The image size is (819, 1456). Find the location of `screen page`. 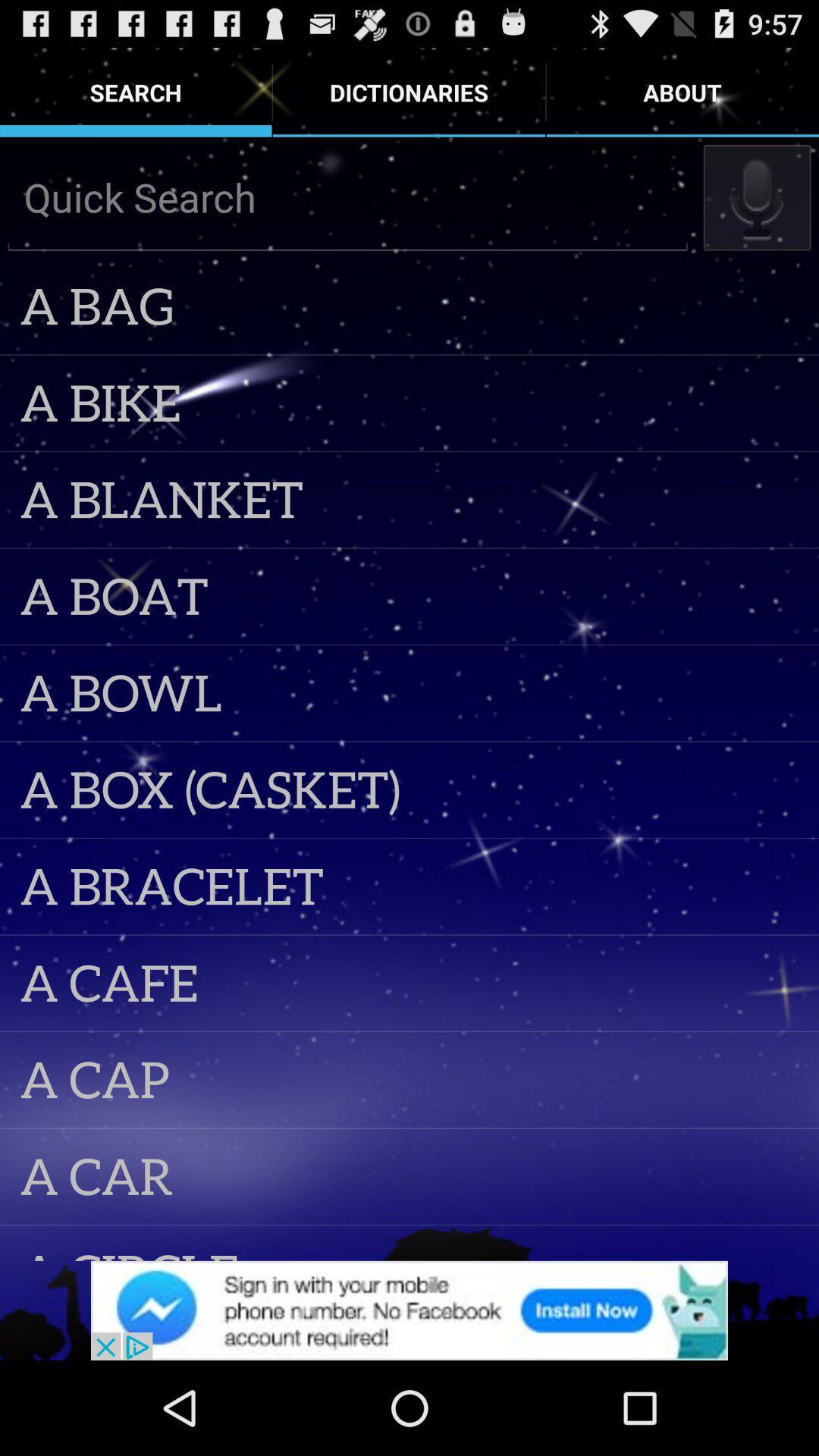

screen page is located at coordinates (409, 1310).